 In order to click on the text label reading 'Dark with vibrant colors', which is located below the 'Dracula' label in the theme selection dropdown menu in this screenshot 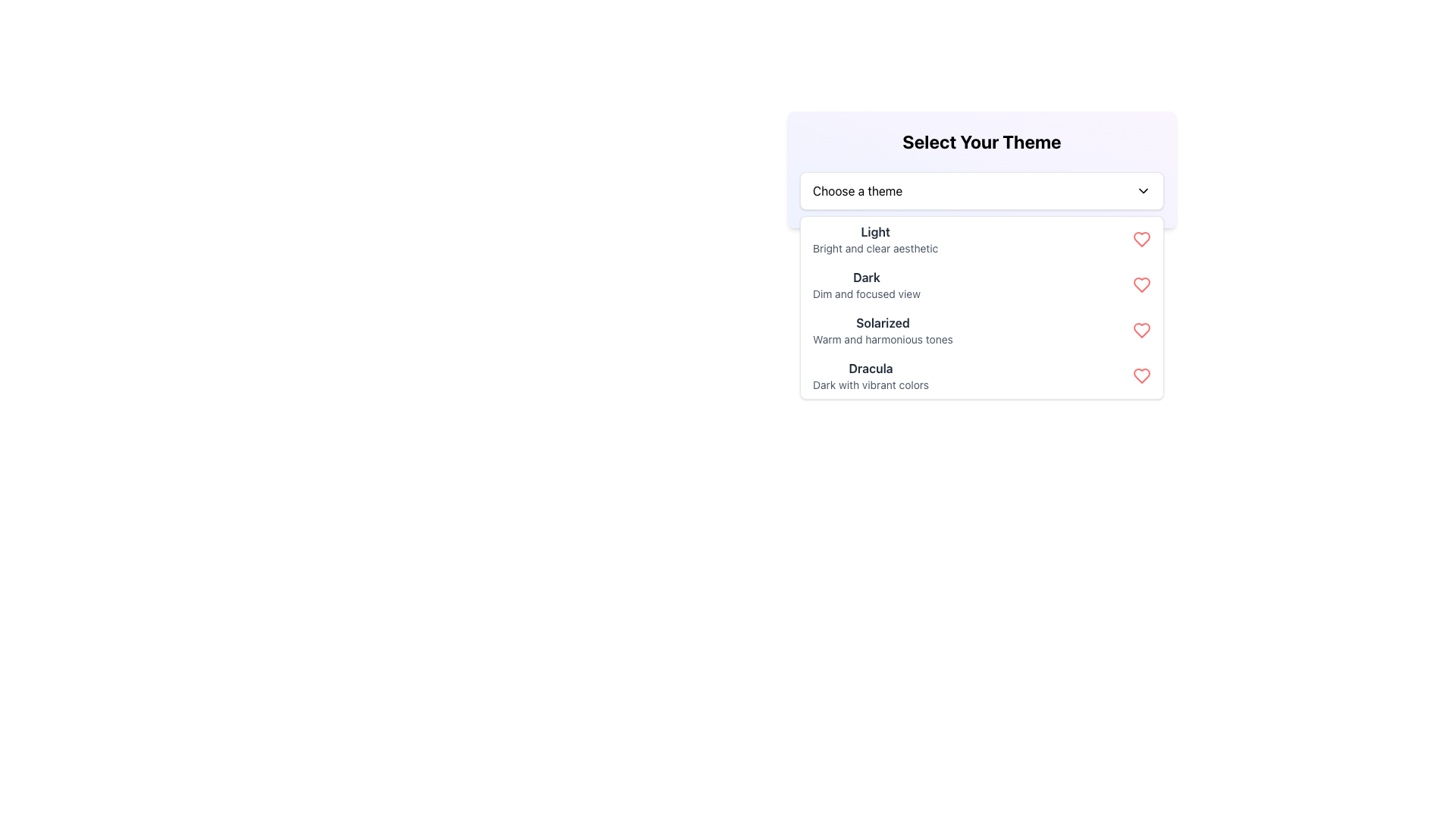, I will do `click(871, 384)`.